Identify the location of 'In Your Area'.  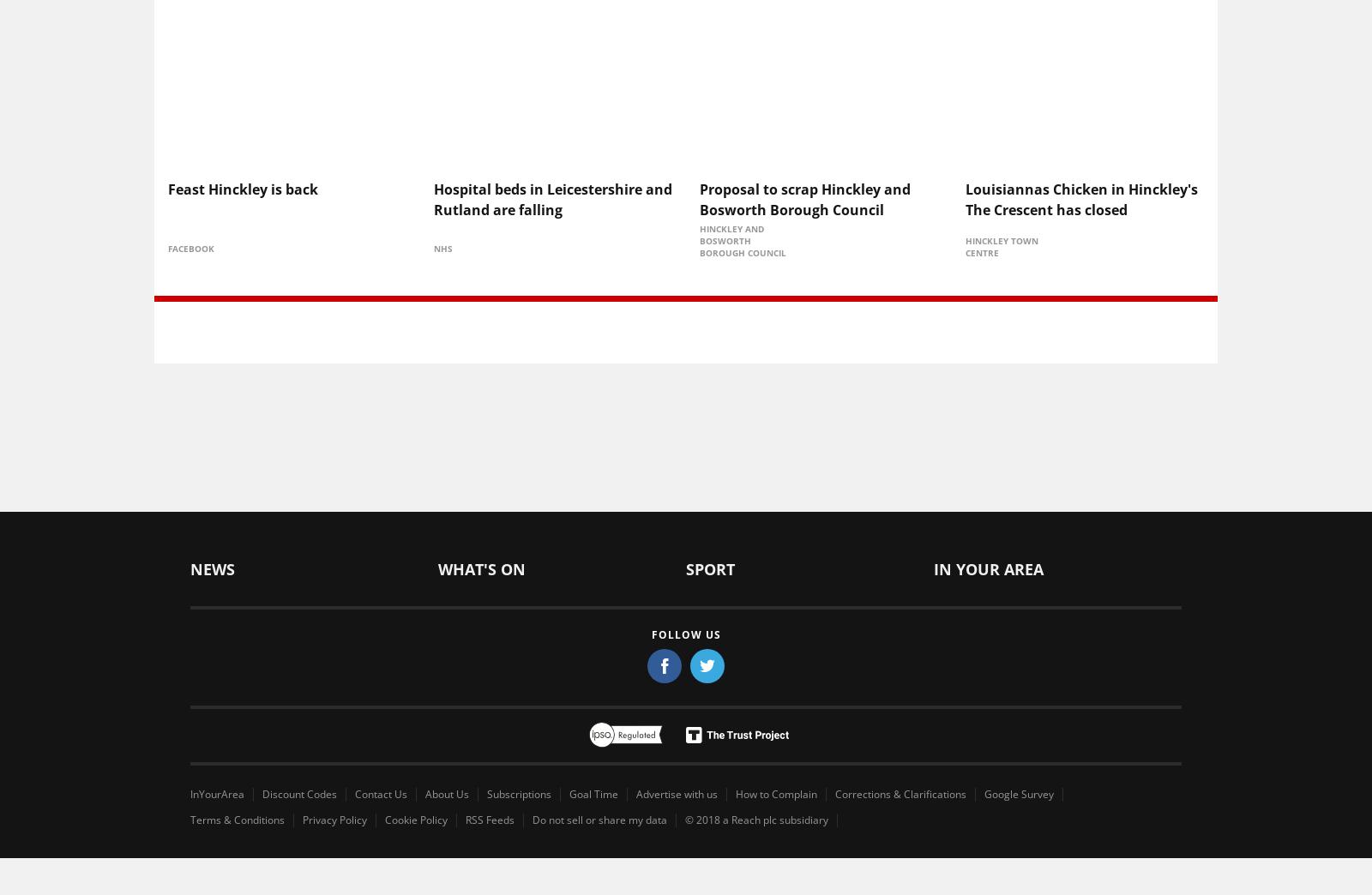
(988, 568).